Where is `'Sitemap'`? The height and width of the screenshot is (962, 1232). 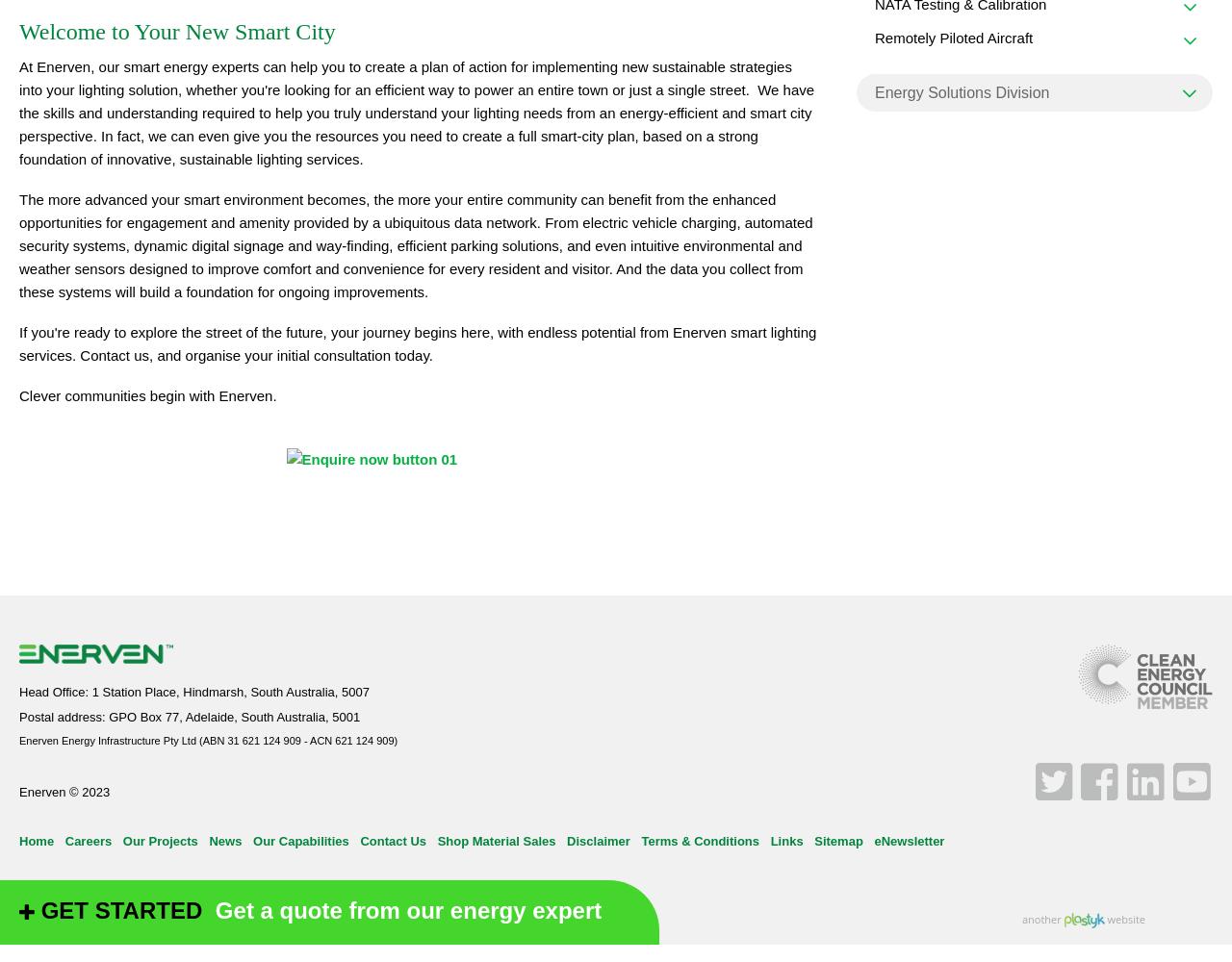
'Sitemap' is located at coordinates (838, 839).